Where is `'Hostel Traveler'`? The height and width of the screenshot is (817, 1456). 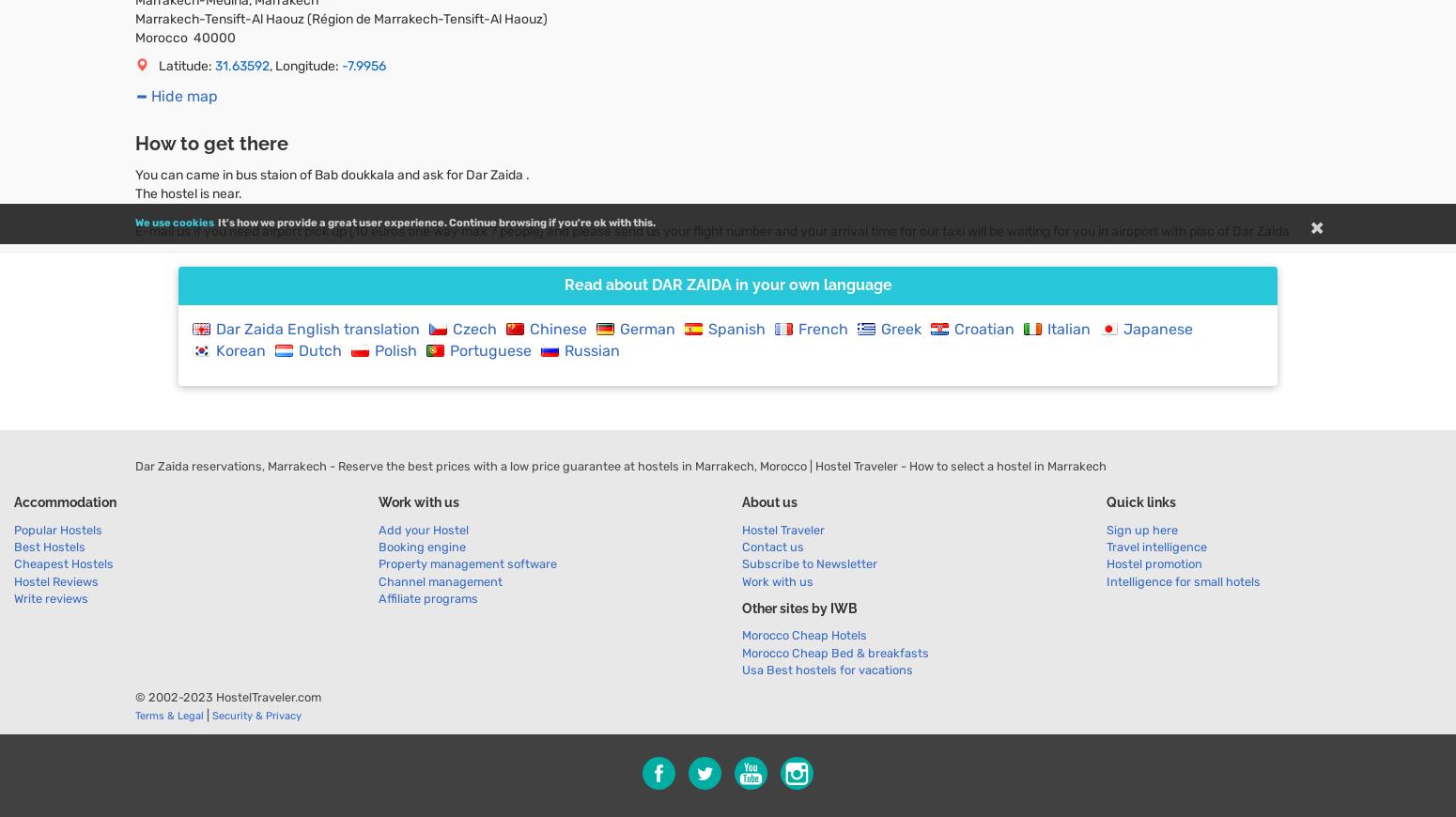
'Hostel Traveler' is located at coordinates (782, 528).